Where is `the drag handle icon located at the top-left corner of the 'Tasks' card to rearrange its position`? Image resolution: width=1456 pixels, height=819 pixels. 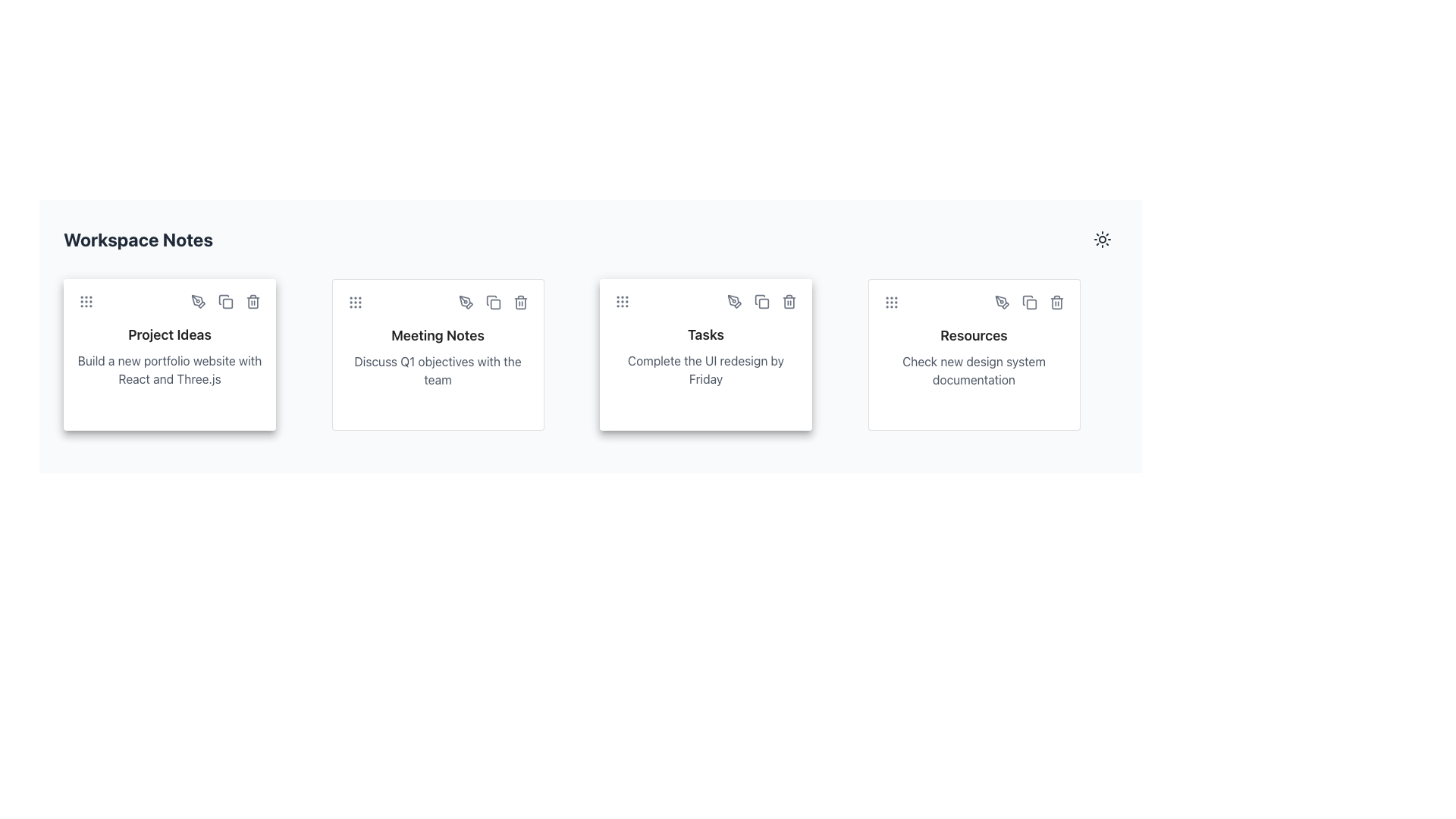 the drag handle icon located at the top-left corner of the 'Tasks' card to rearrange its position is located at coordinates (622, 301).